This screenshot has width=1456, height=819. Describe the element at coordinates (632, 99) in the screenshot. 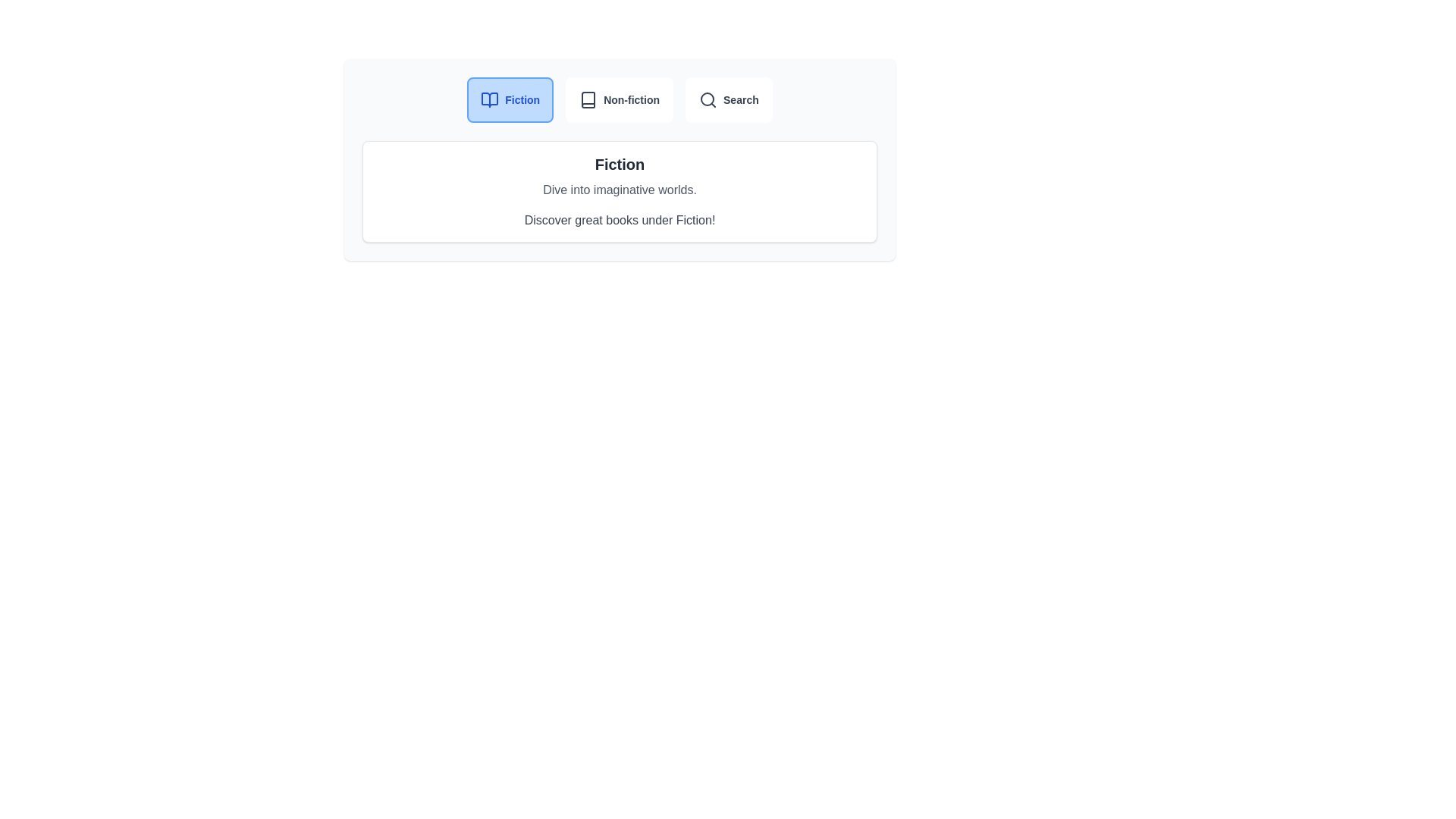

I see `the navigational label for non-fiction content located to the right of the 'Fiction' option in the navigation bar` at that location.